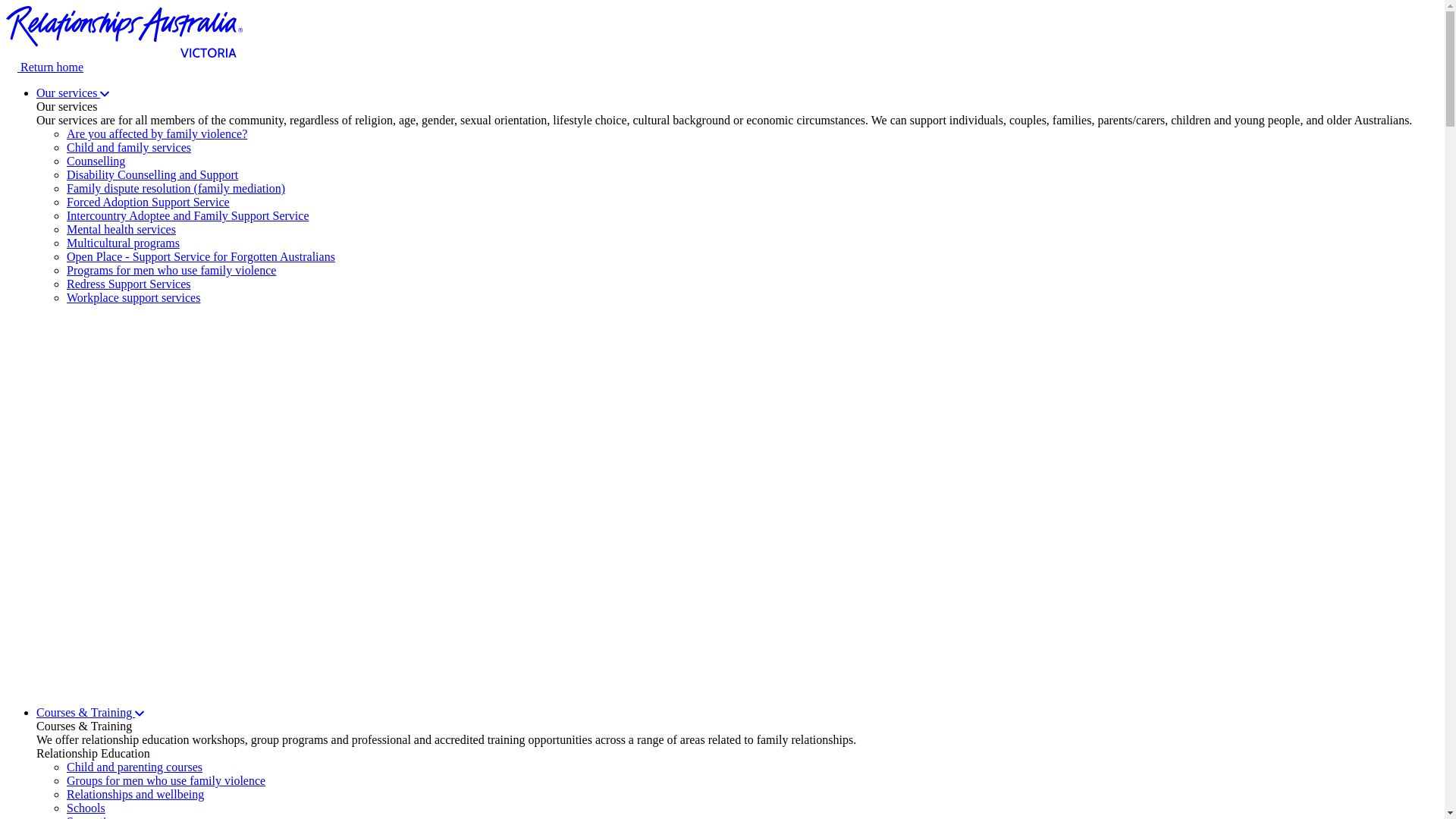  What do you see at coordinates (123, 242) in the screenshot?
I see `'Multicultural programs'` at bounding box center [123, 242].